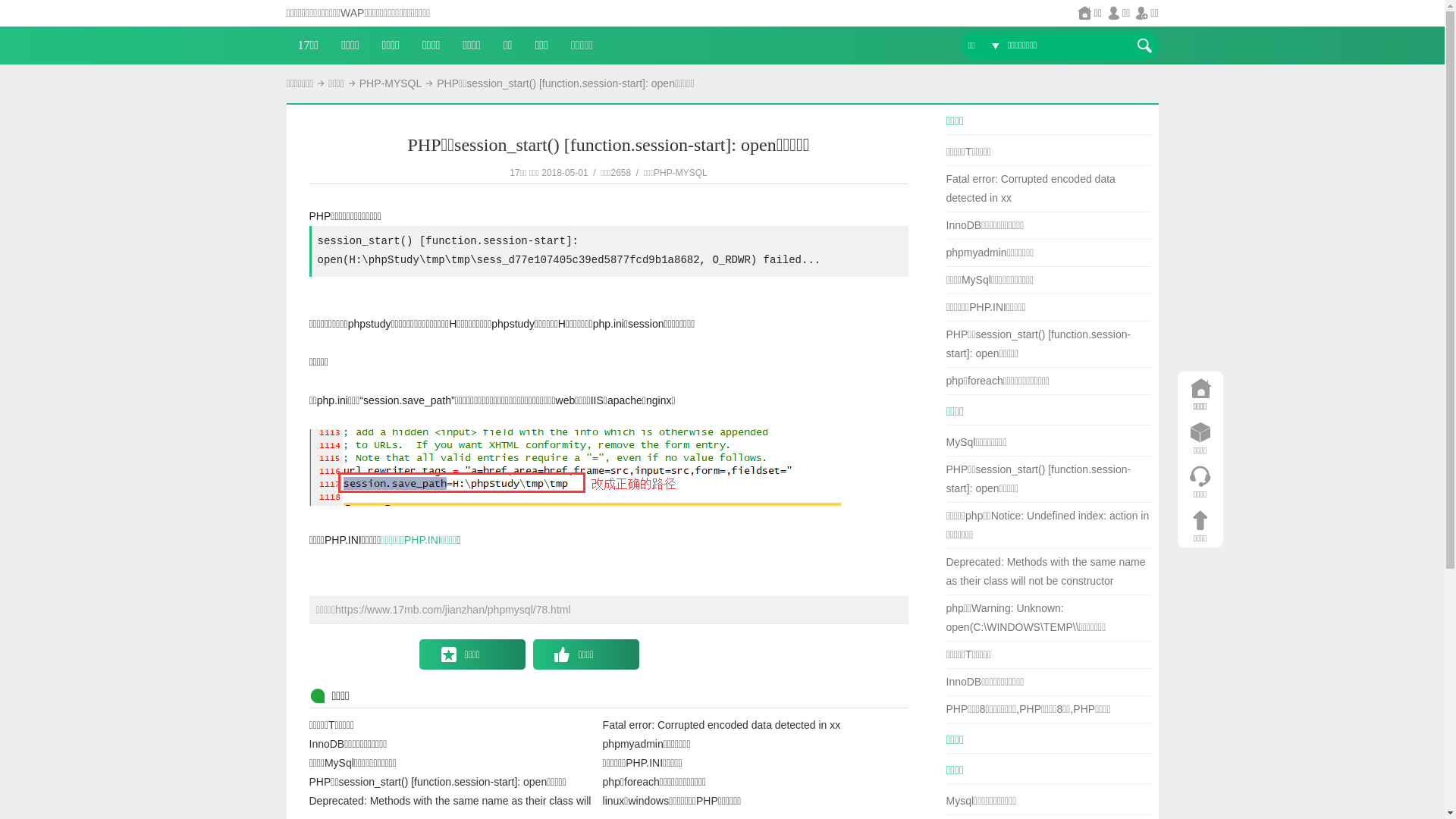 The height and width of the screenshot is (819, 1456). Describe the element at coordinates (1031, 187) in the screenshot. I see `'Fatal error: Corrupted encoded data detected in xx'` at that location.